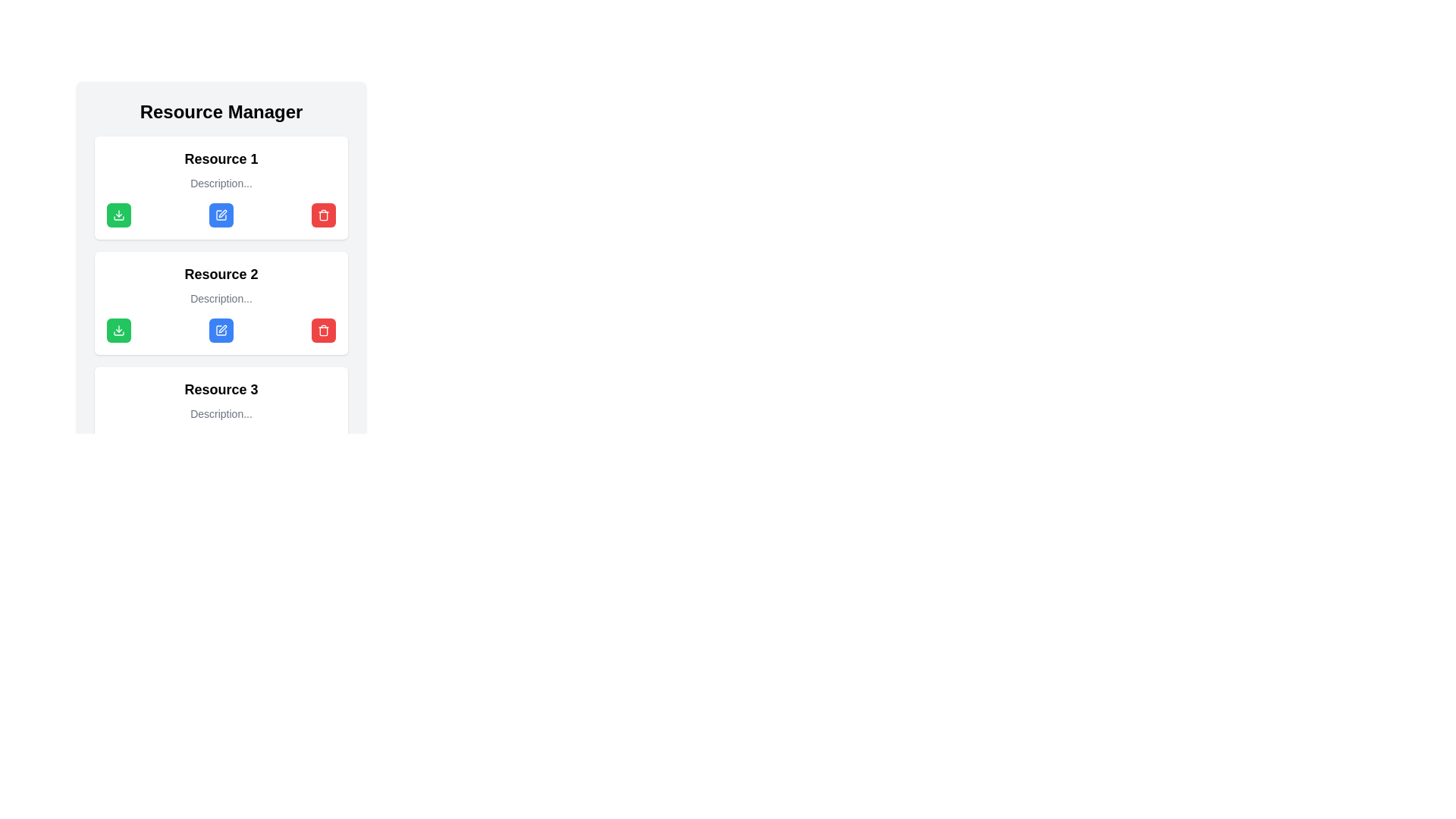  Describe the element at coordinates (323, 329) in the screenshot. I see `the Trash Icon Button located to the far right of the action row for 'Resource 2' to initiate a delete action` at that location.